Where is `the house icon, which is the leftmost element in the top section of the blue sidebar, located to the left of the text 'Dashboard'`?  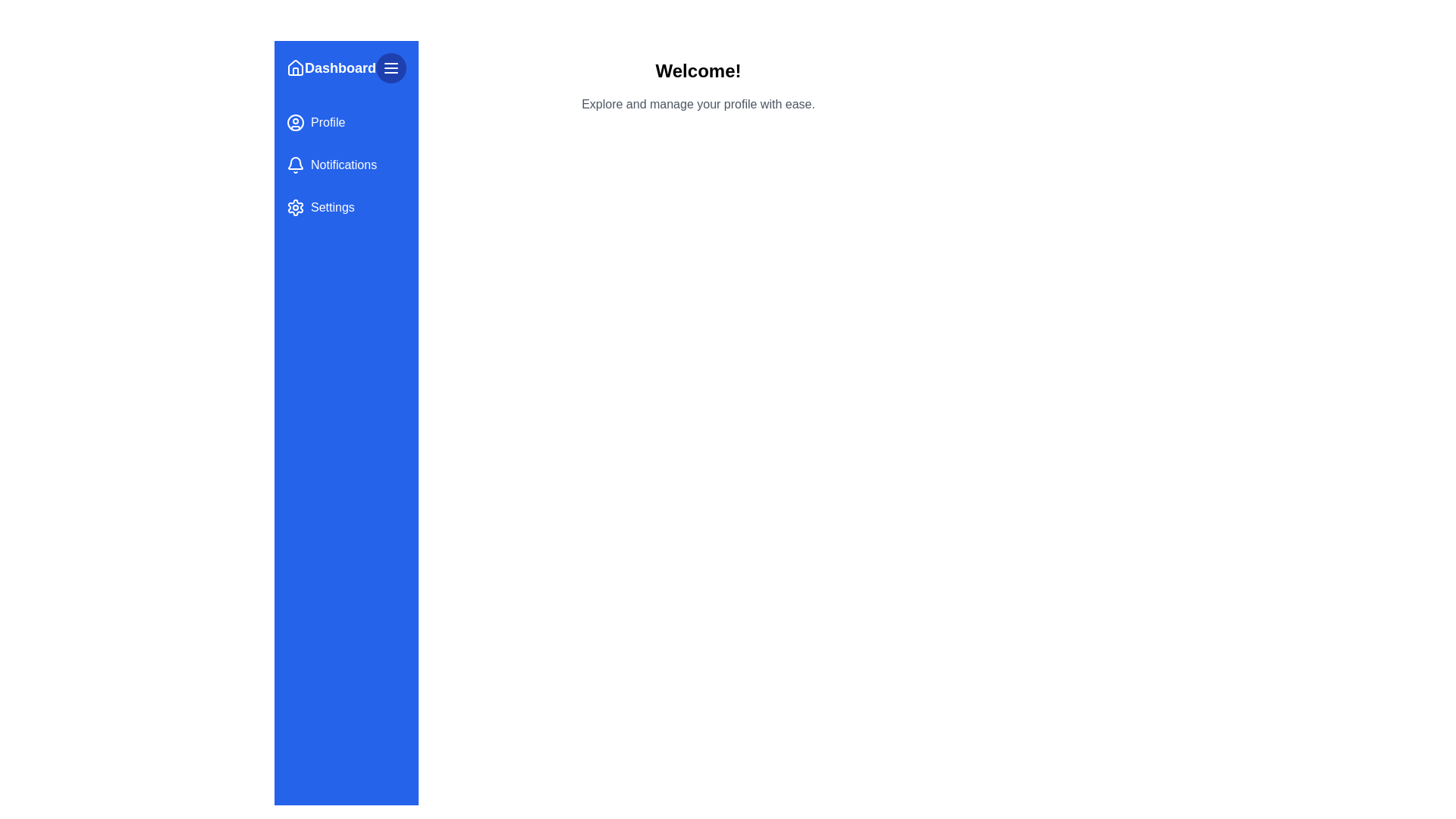
the house icon, which is the leftmost element in the top section of the blue sidebar, located to the left of the text 'Dashboard' is located at coordinates (295, 67).